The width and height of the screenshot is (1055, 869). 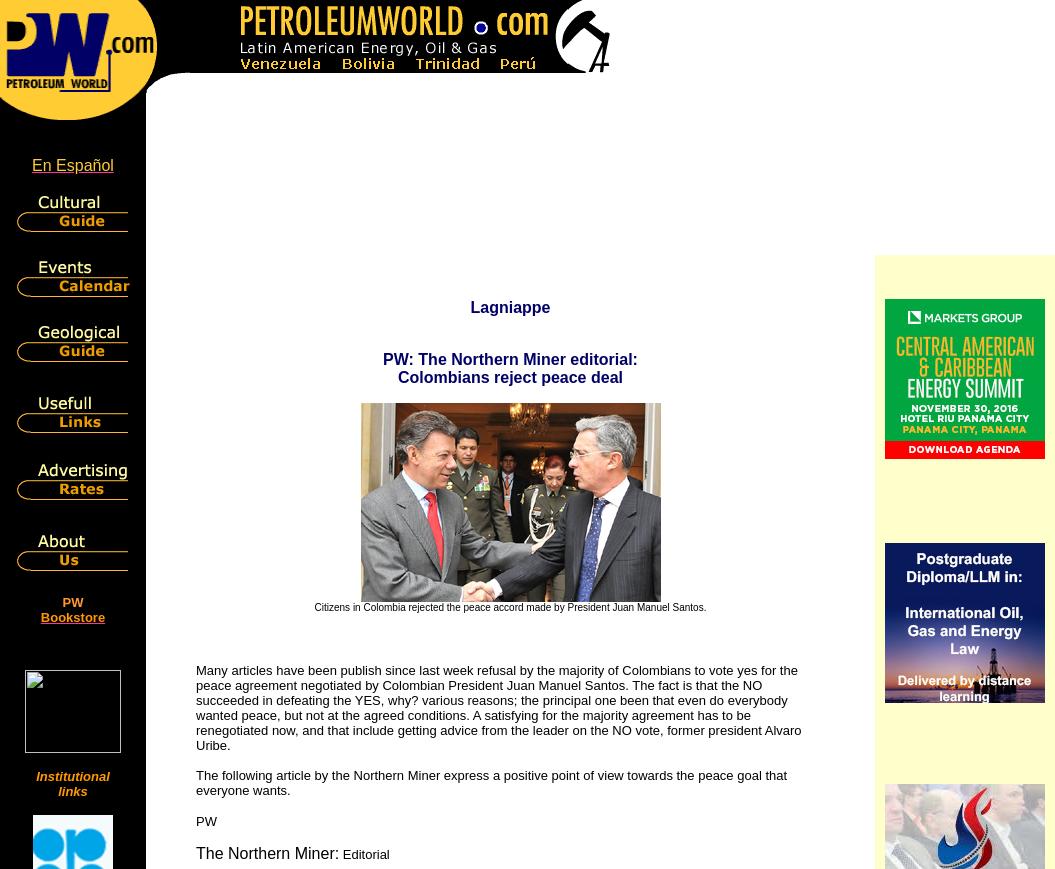 I want to click on 'The Northern Miner:', so click(x=267, y=853).